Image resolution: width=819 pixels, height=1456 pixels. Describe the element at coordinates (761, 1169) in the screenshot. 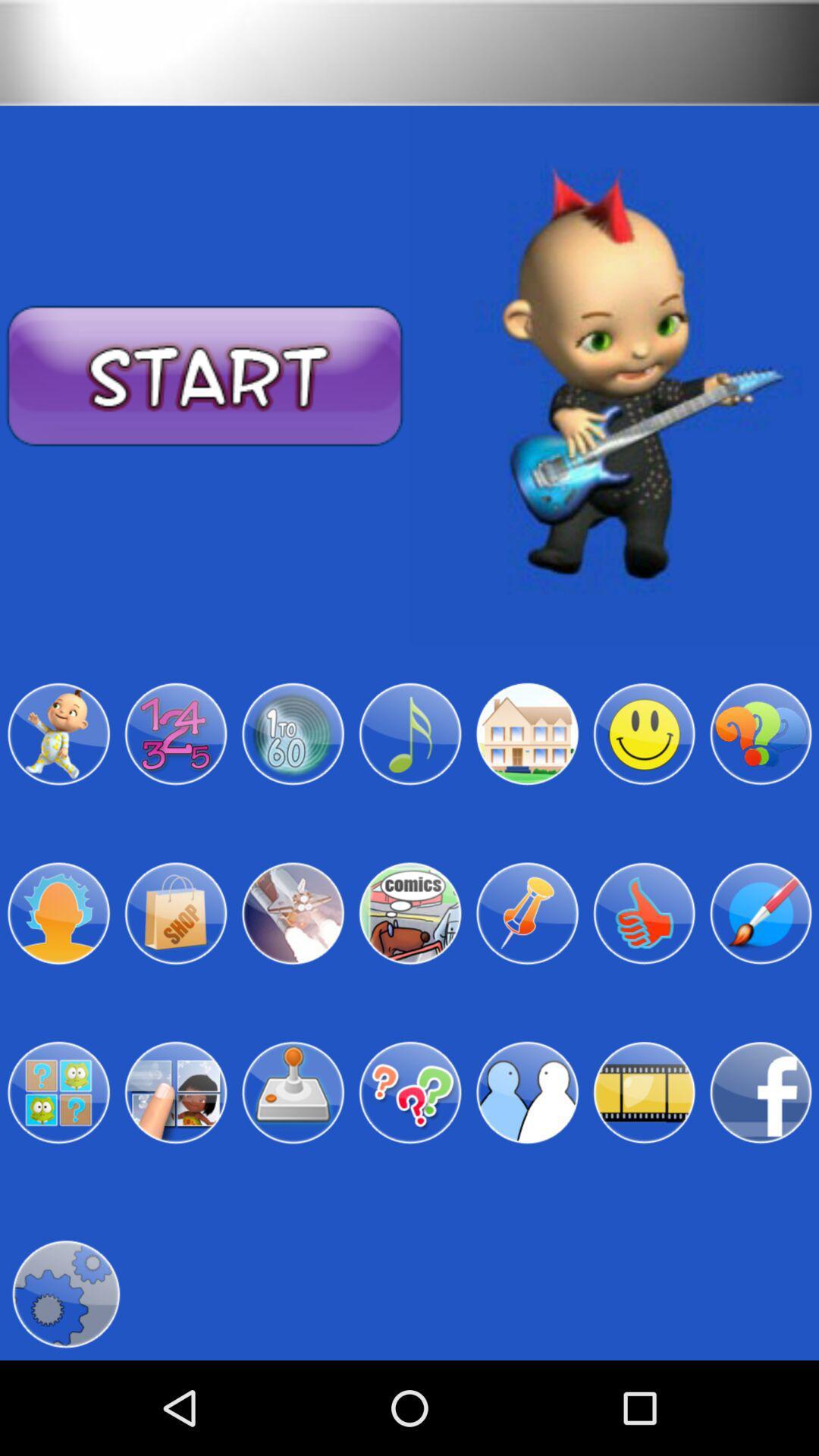

I see `the facebook icon` at that location.